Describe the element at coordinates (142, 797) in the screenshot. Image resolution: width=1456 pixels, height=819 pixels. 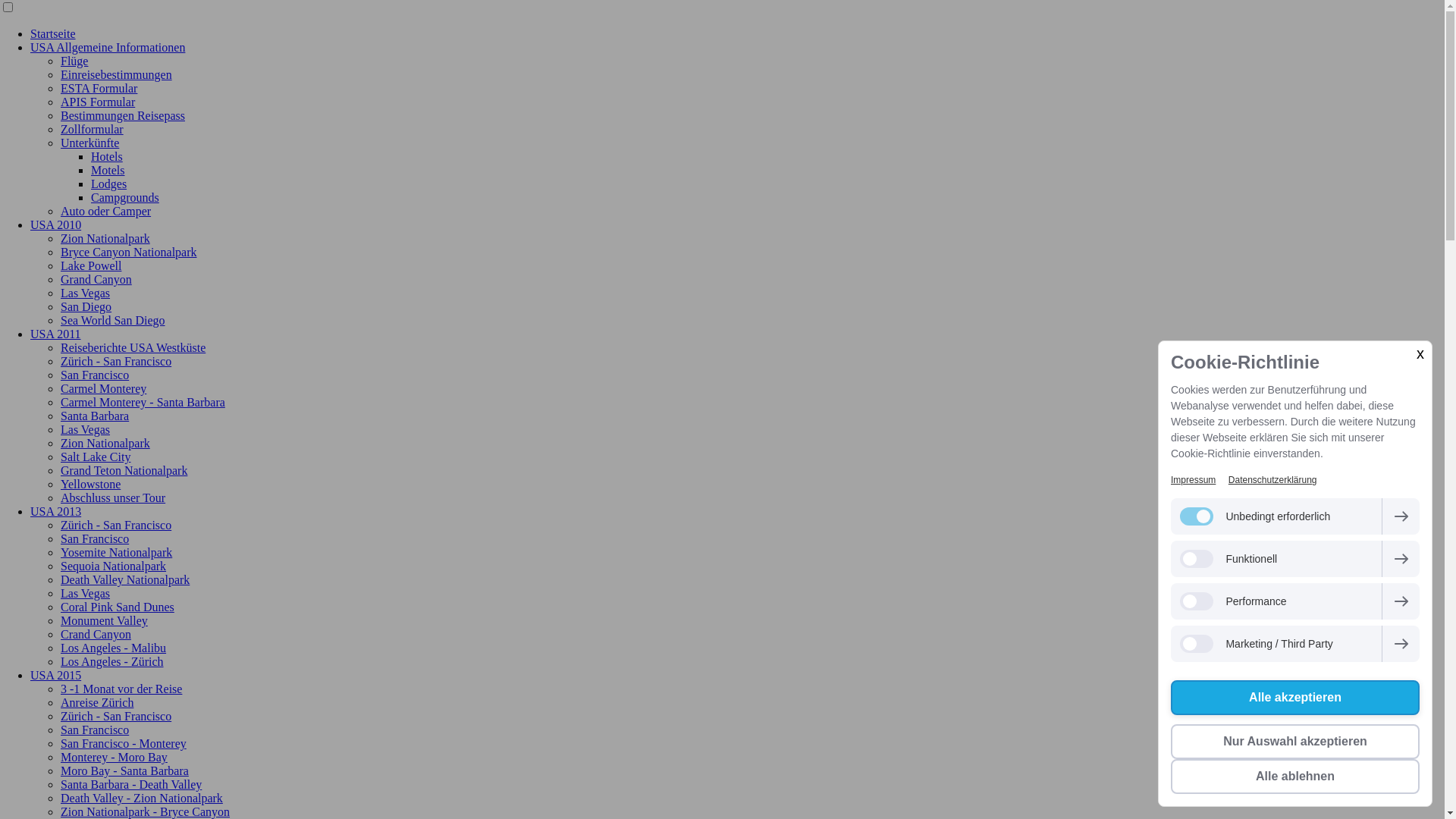
I see `'Death Valley - Zion Nationalpark'` at that location.